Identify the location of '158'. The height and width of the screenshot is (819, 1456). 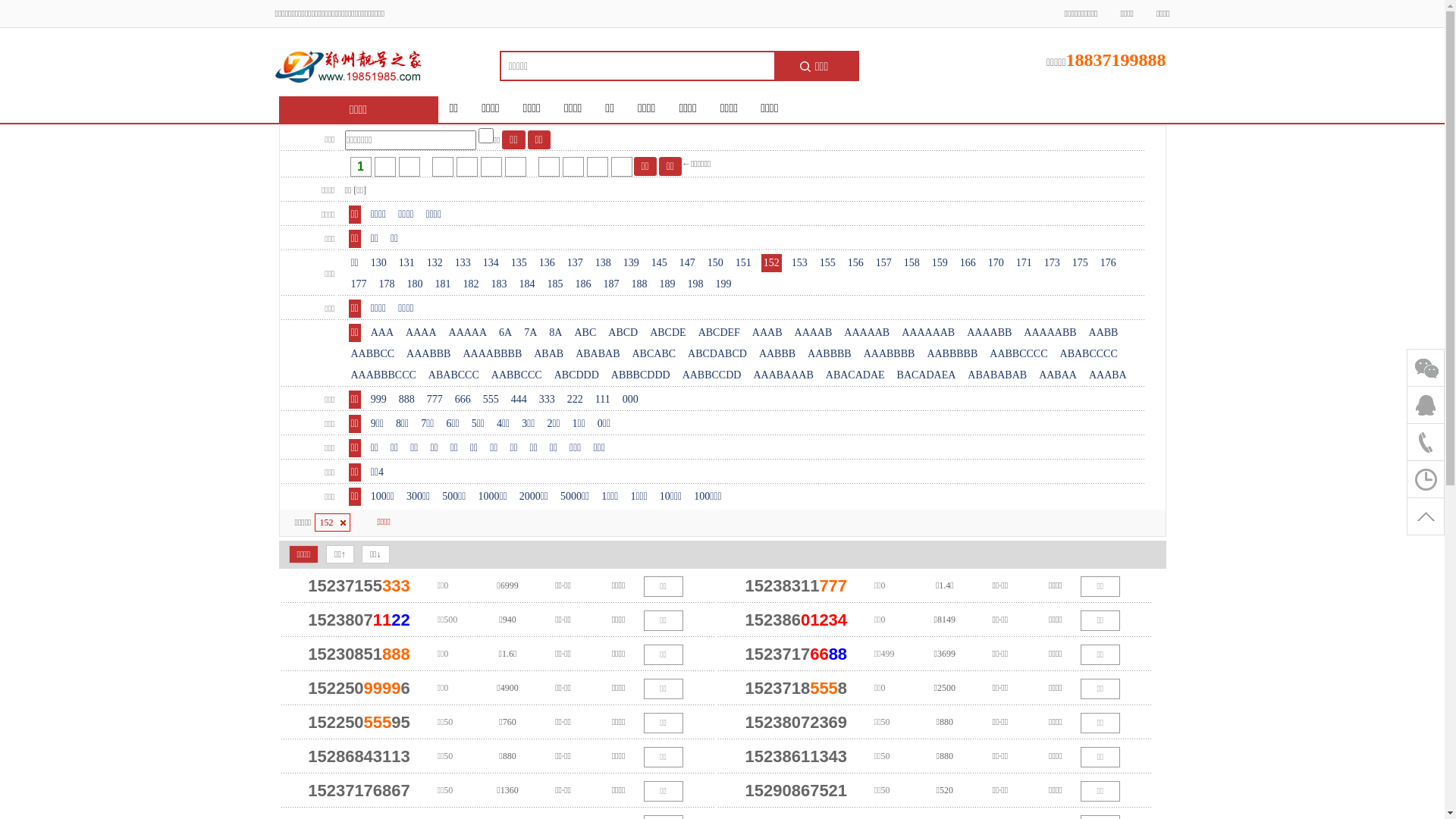
(911, 262).